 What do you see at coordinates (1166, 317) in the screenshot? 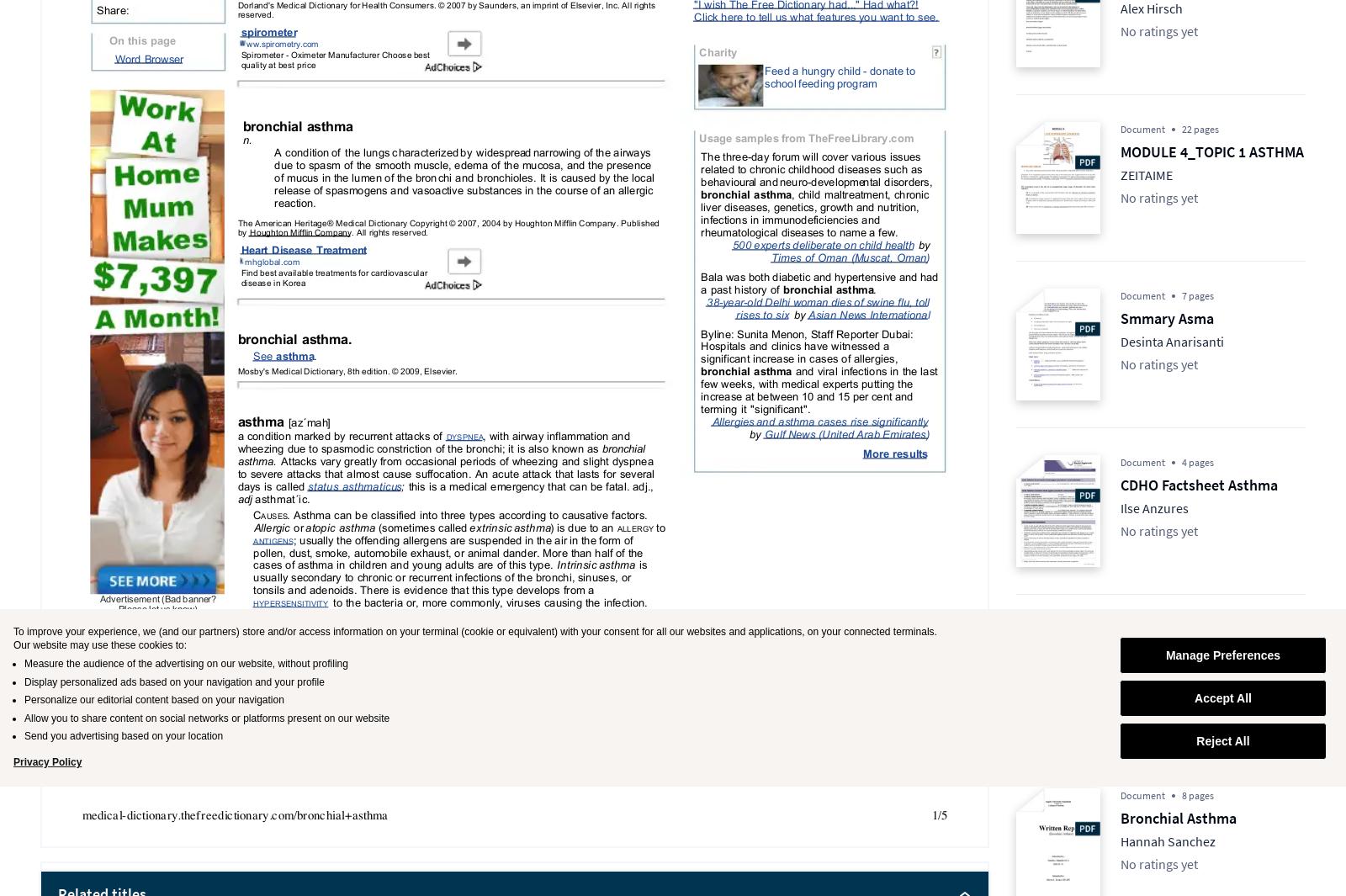
I see `'Smmary Asma'` at bounding box center [1166, 317].